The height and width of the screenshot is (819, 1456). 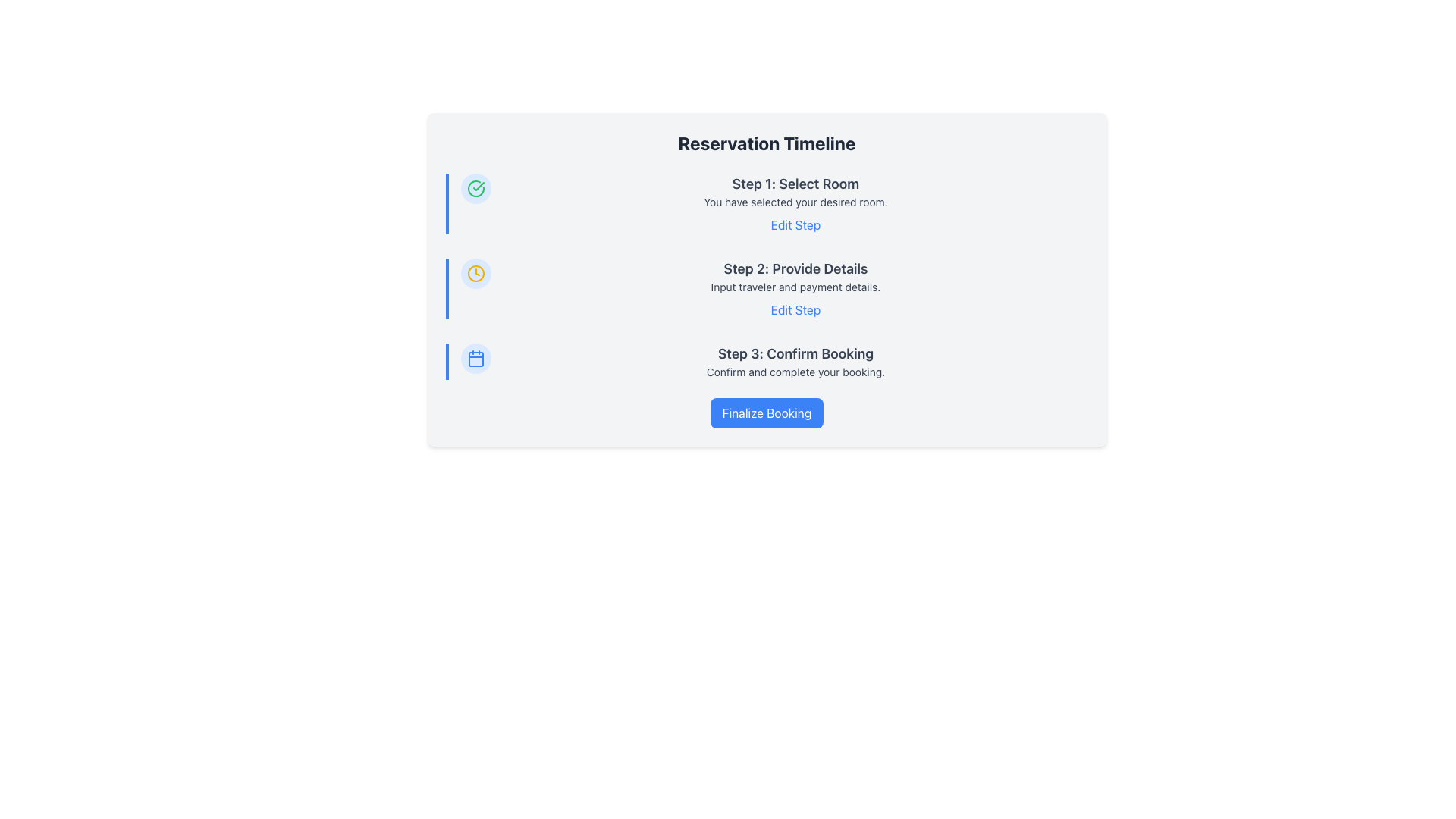 What do you see at coordinates (767, 413) in the screenshot?
I see `the distinct call-to-action button that finalizes the booking process` at bounding box center [767, 413].